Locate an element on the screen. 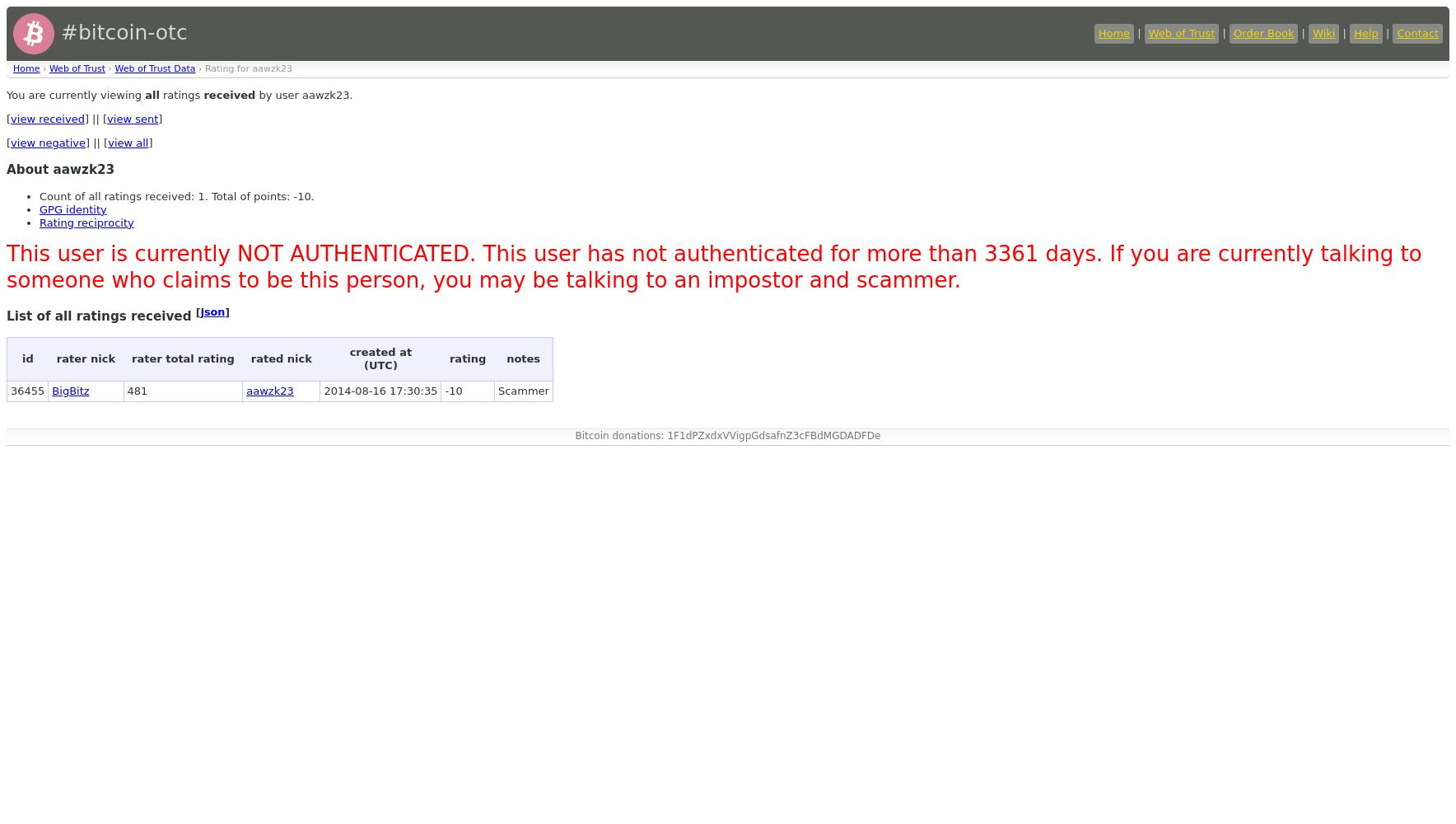 The image size is (1456, 824). 'You are currently viewing' is located at coordinates (74, 93).